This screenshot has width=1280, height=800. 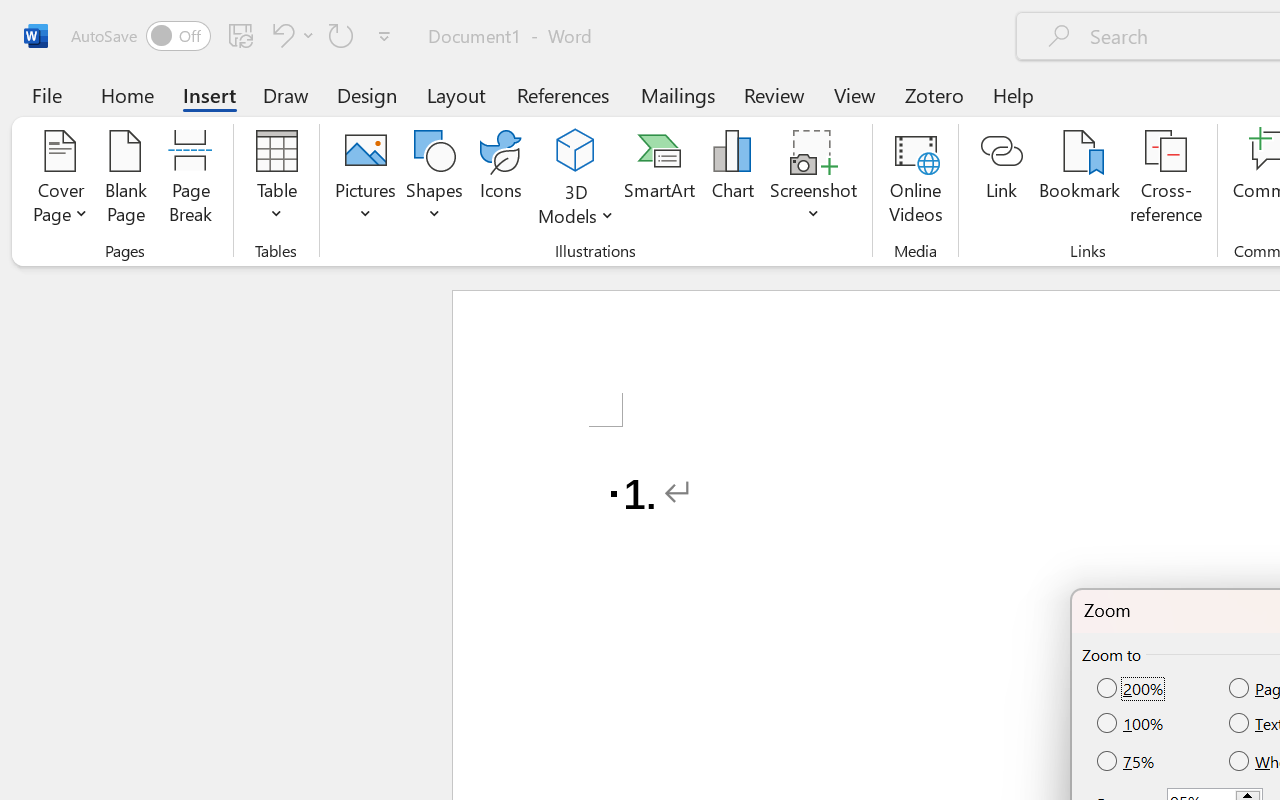 What do you see at coordinates (1132, 722) in the screenshot?
I see `'100%'` at bounding box center [1132, 722].